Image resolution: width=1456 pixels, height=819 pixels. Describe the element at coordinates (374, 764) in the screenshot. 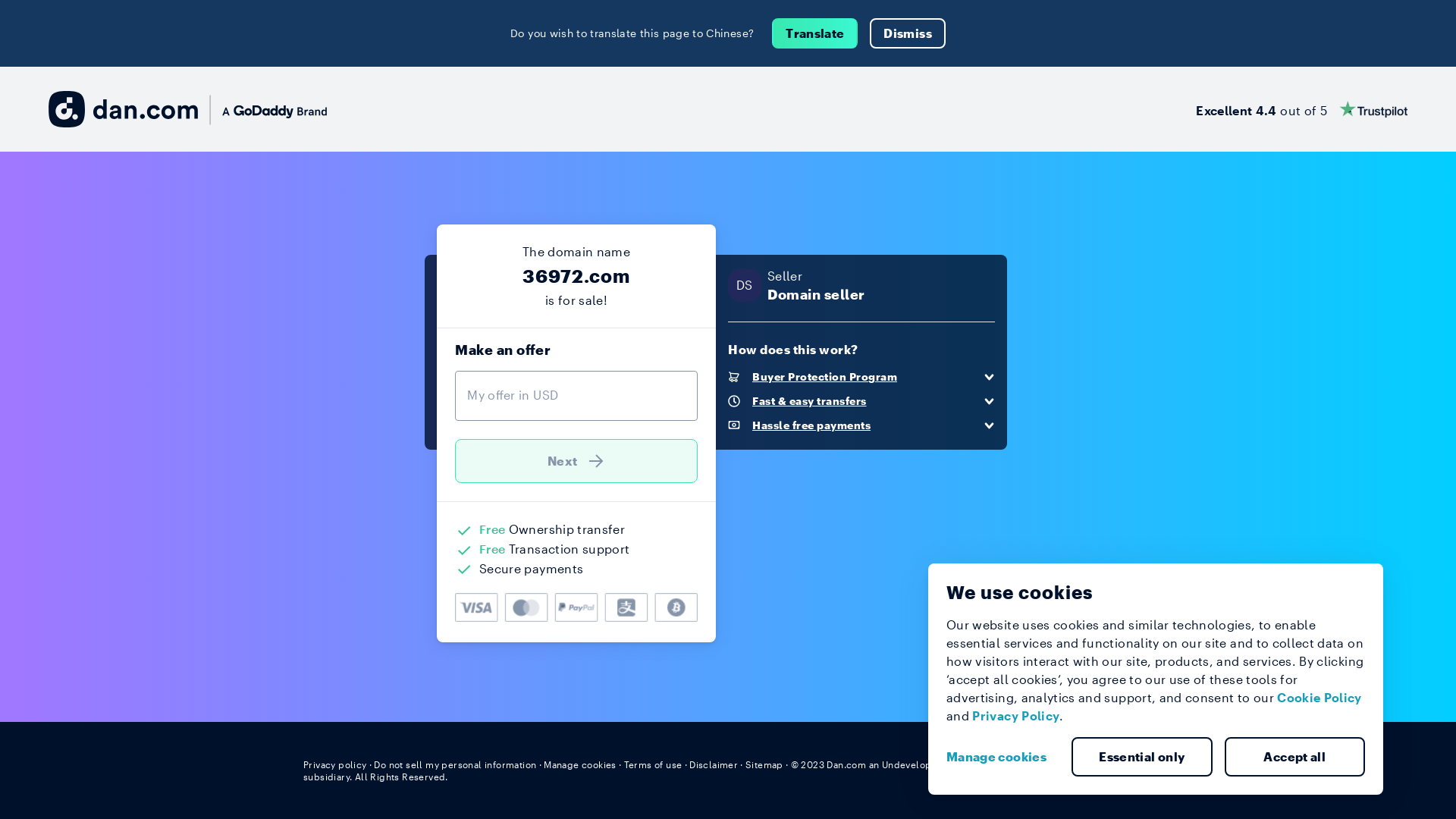

I see `'Do not sell my personal information'` at that location.